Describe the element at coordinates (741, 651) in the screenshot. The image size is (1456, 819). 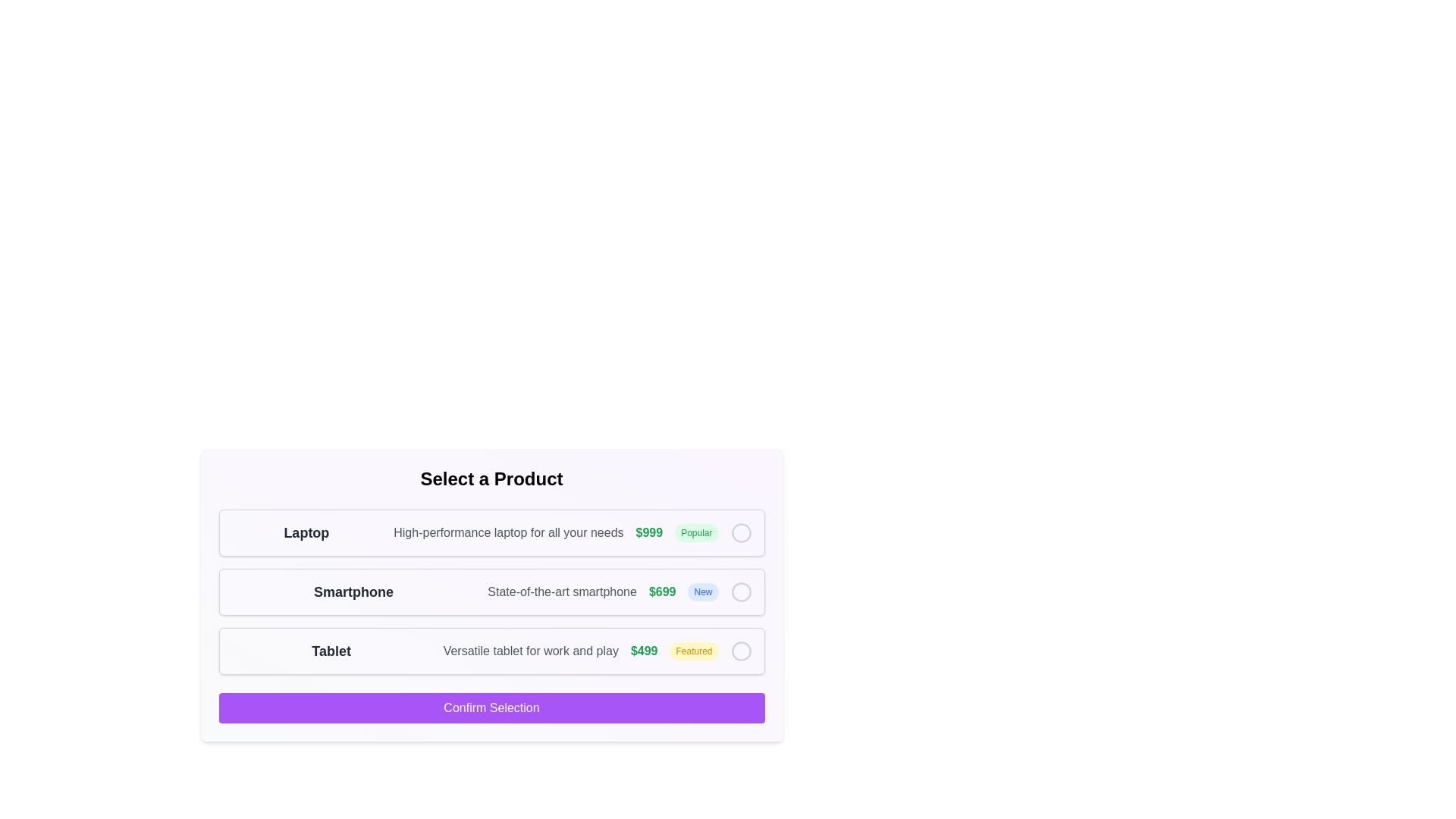
I see `the circular radio button located at the rightmost side of the 'Tablet' product row` at that location.